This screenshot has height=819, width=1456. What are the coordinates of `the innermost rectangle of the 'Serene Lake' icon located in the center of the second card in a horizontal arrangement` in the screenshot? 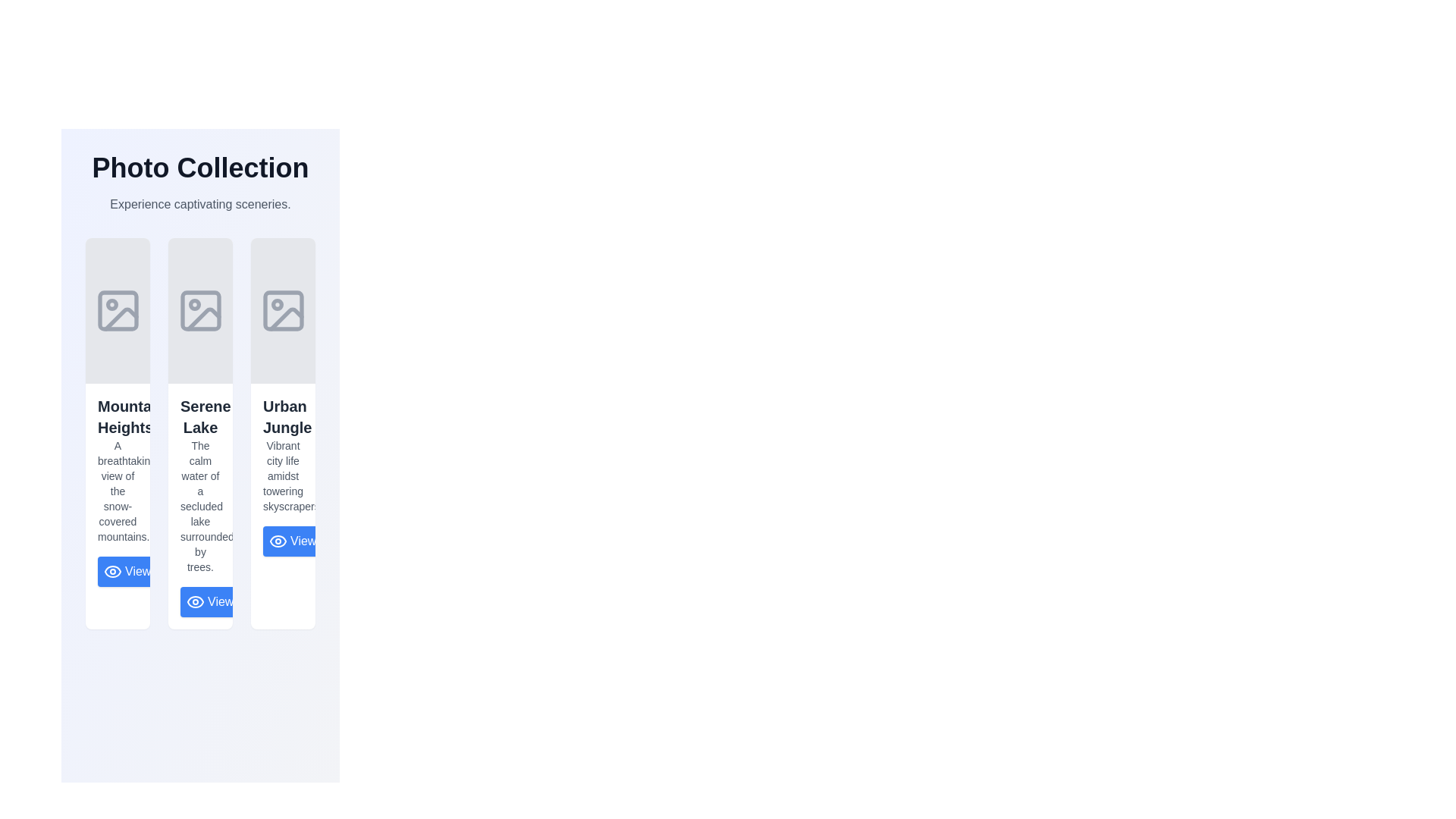 It's located at (199, 309).